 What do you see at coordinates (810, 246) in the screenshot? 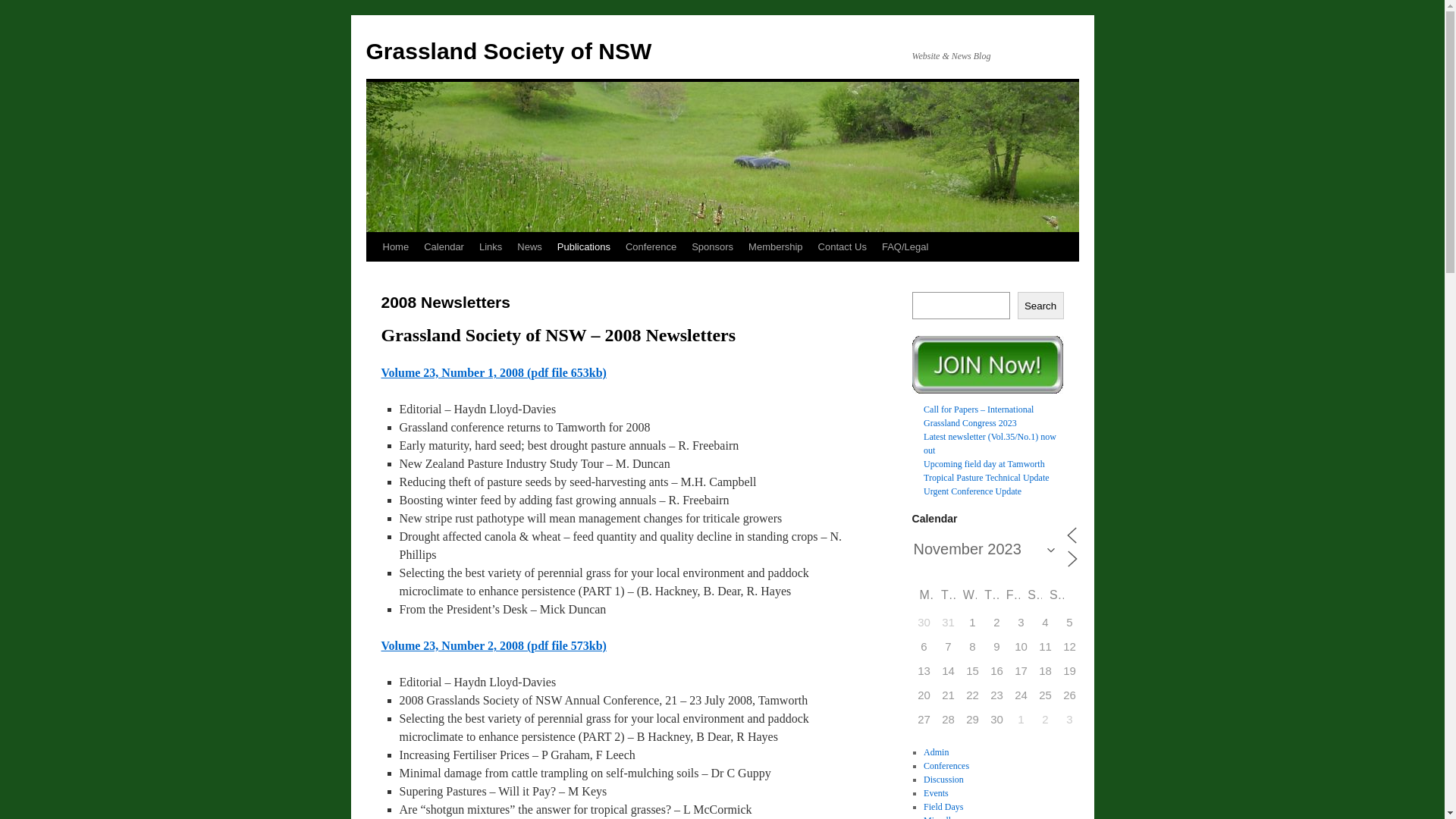
I see `'Contact Us'` at bounding box center [810, 246].